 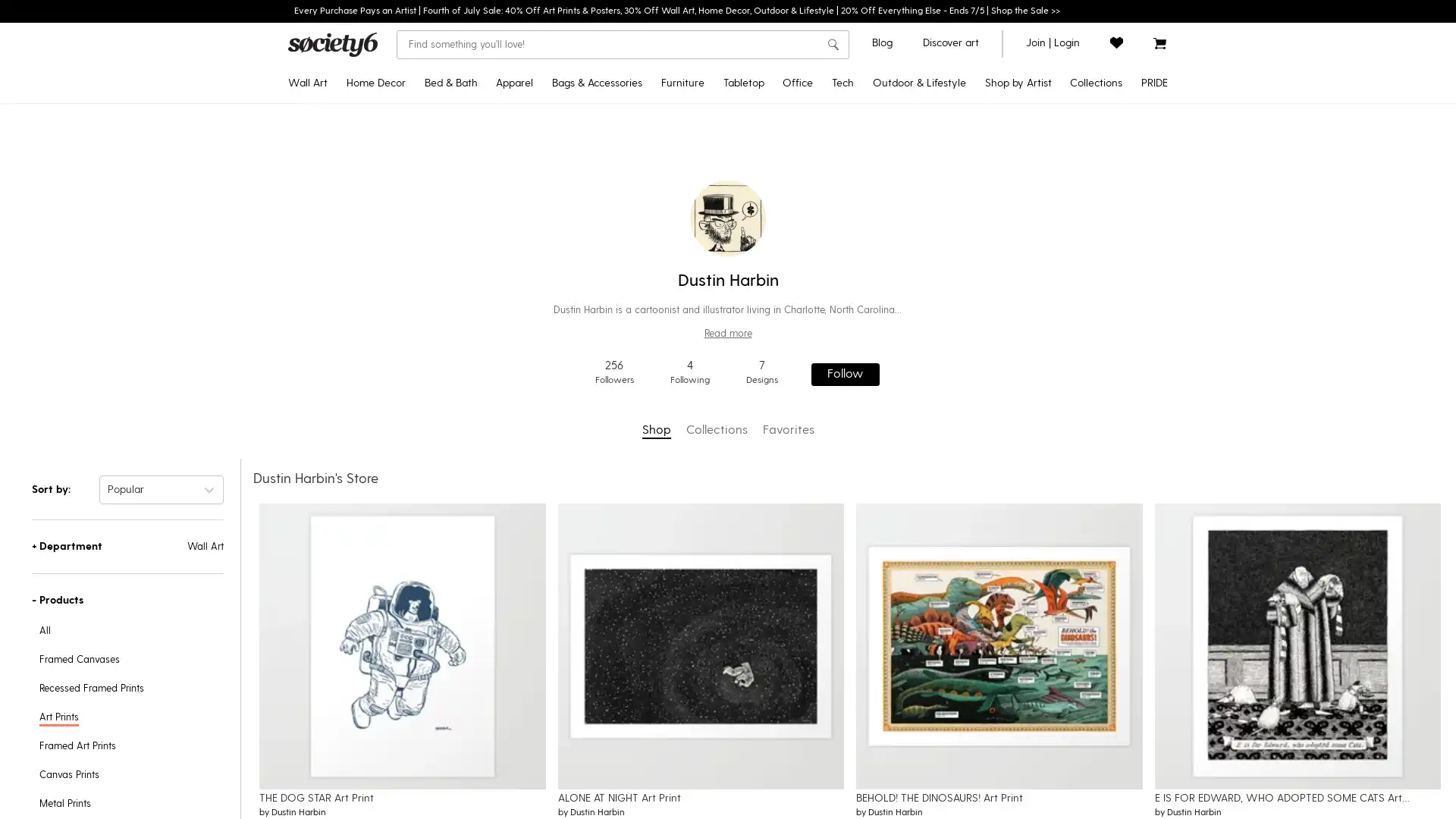 What do you see at coordinates (356, 292) in the screenshot?
I see `Floating Acrylic Prints` at bounding box center [356, 292].